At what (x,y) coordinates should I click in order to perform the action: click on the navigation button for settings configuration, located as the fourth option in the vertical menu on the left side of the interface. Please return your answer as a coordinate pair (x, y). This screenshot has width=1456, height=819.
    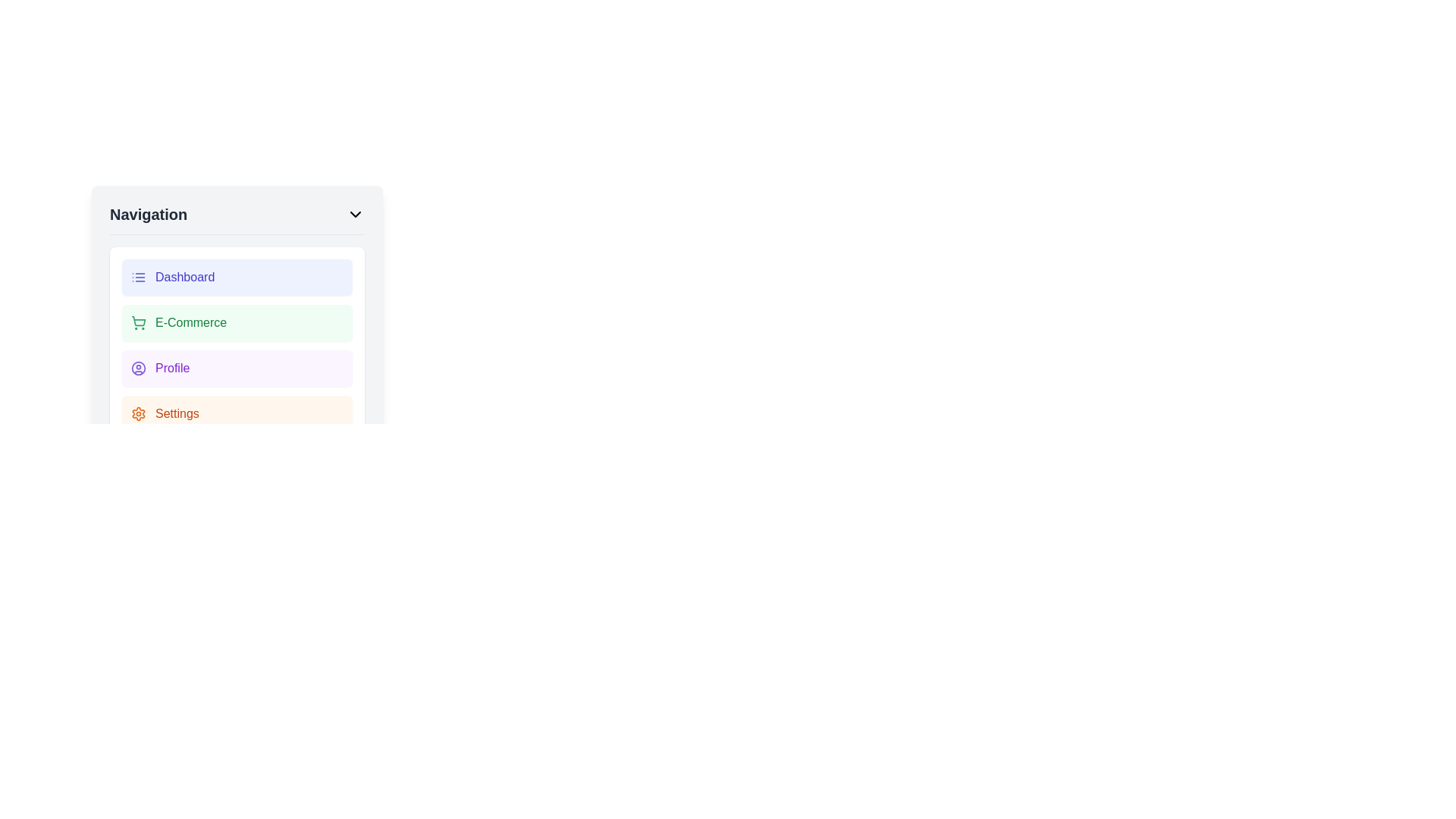
    Looking at the image, I should click on (236, 414).